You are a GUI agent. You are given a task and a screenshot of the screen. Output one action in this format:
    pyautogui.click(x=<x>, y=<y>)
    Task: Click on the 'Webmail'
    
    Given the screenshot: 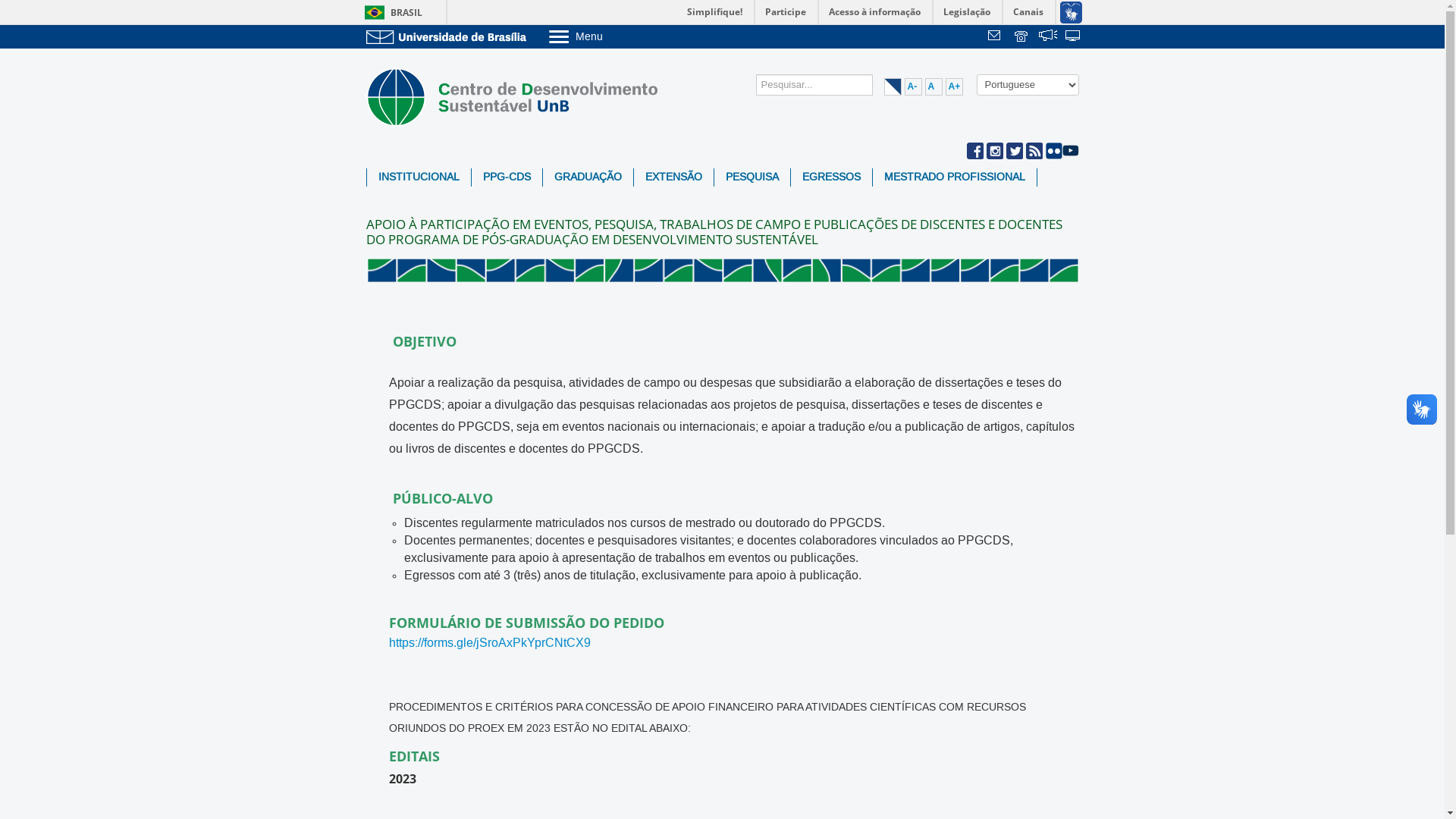 What is the action you would take?
    pyautogui.click(x=996, y=36)
    